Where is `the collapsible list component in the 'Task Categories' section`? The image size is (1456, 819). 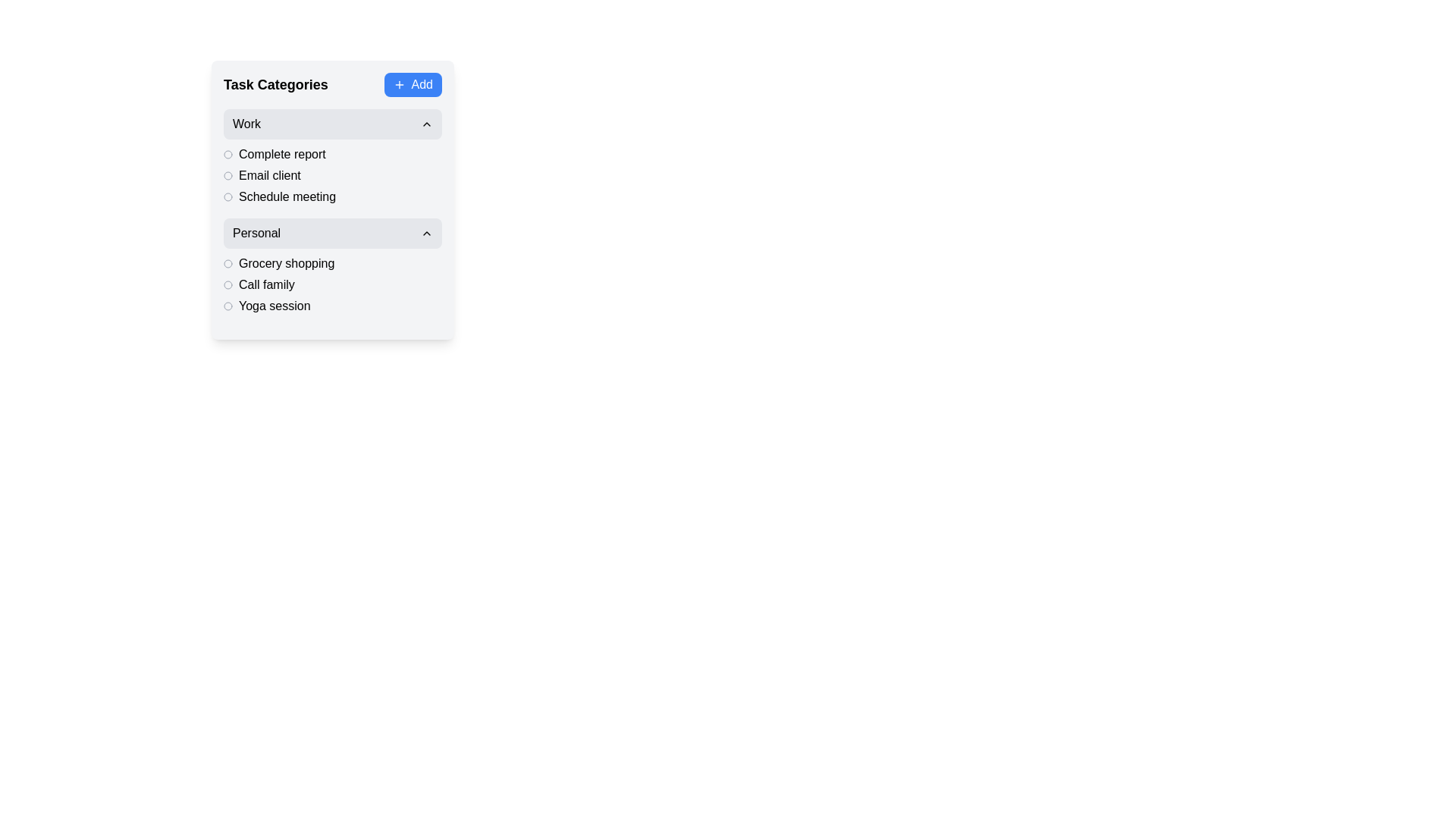 the collapsible list component in the 'Task Categories' section is located at coordinates (331, 212).